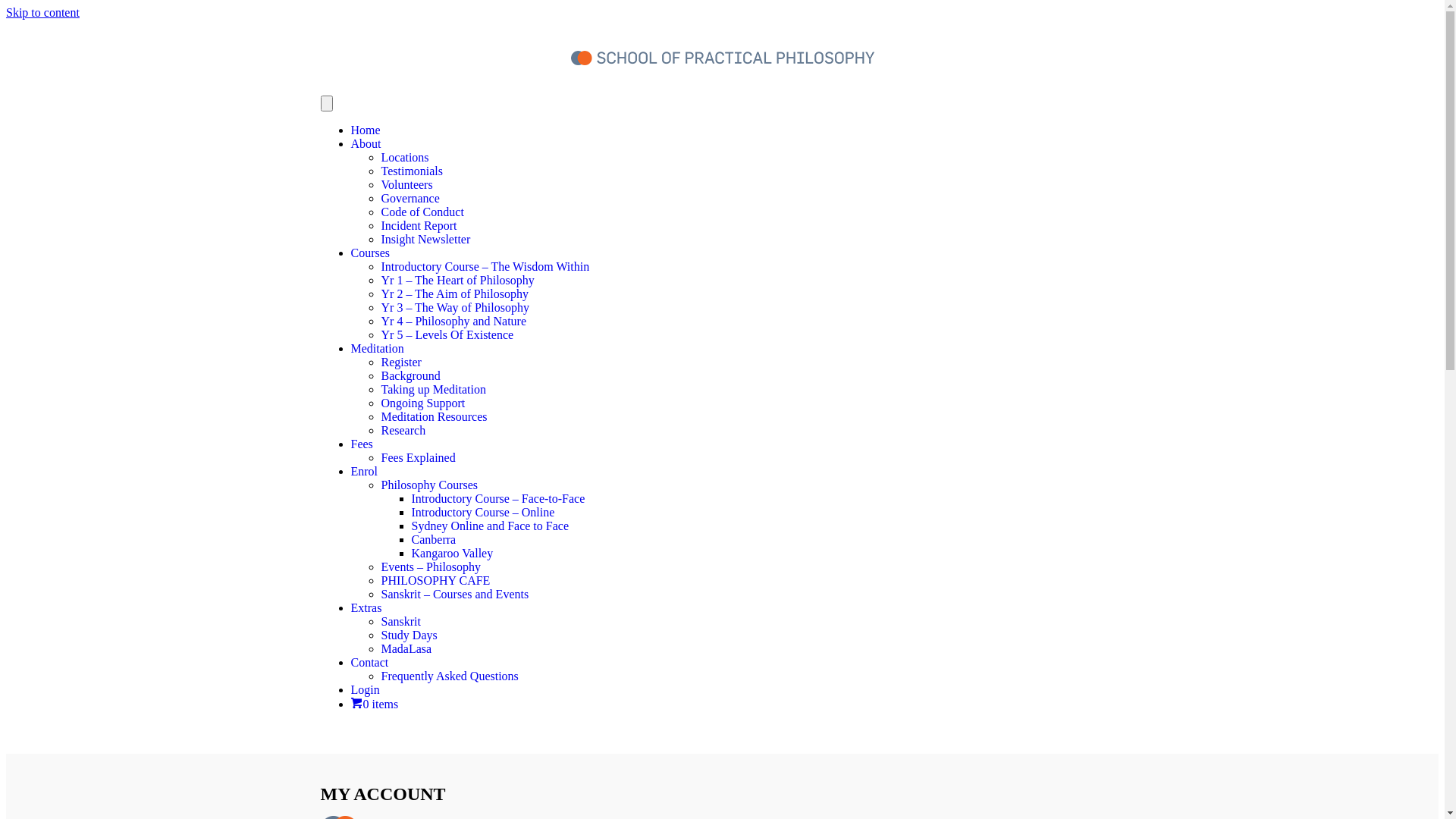 The width and height of the screenshot is (1456, 819). Describe the element at coordinates (349, 689) in the screenshot. I see `'Login'` at that location.